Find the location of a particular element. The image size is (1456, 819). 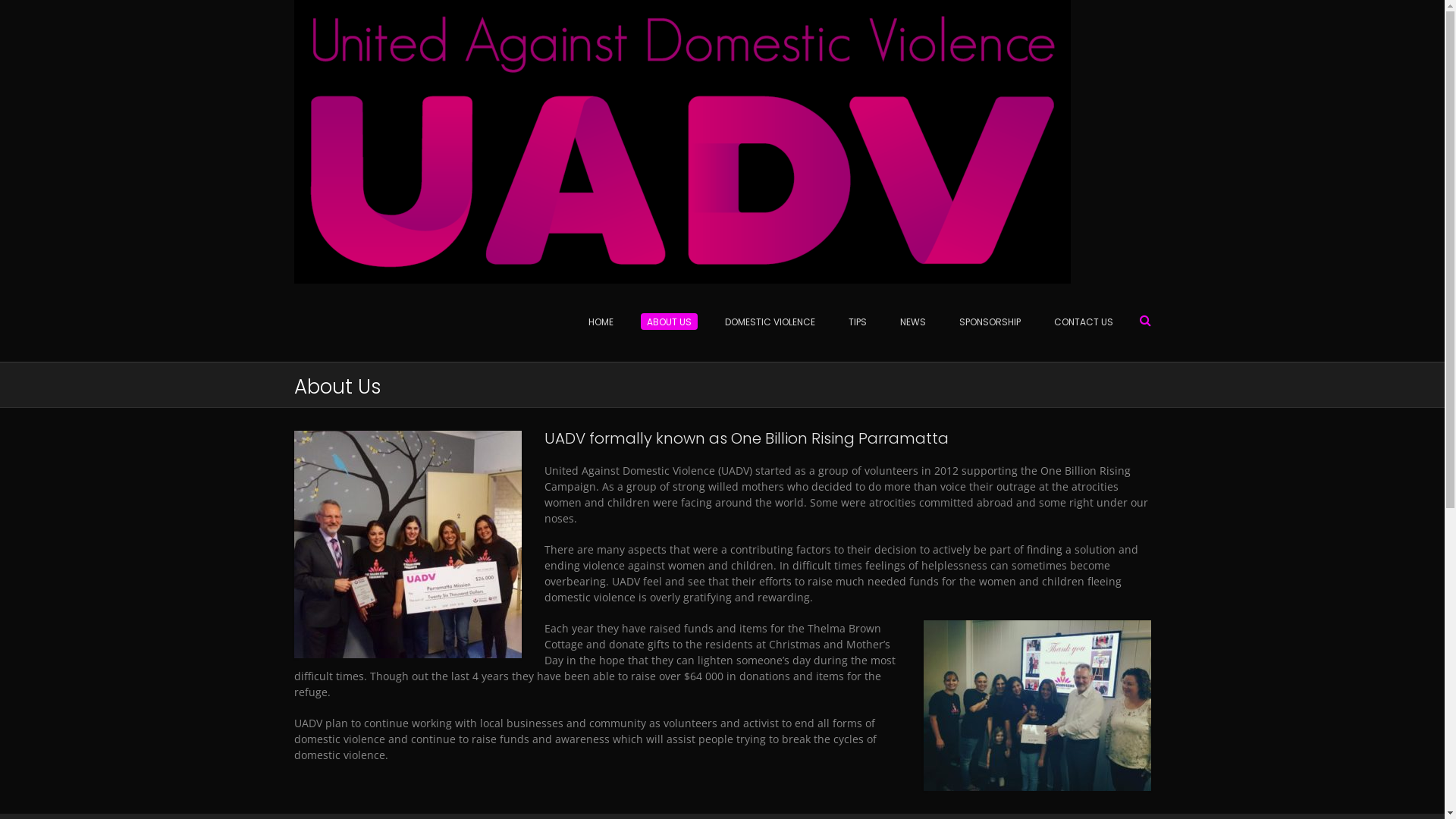

'DOMESTIC VIOLENCE' is located at coordinates (770, 322).